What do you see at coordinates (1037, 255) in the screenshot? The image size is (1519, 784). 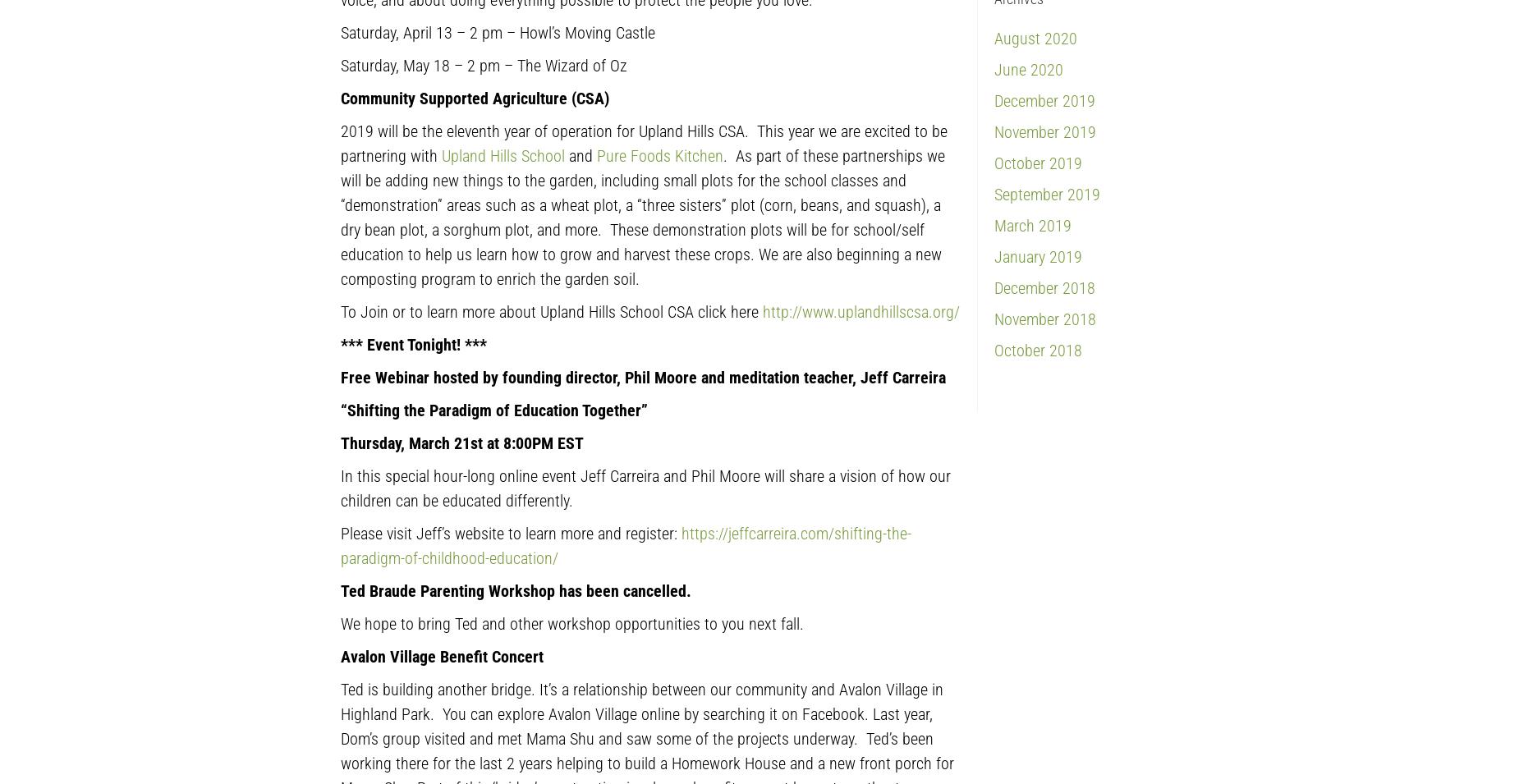 I see `'January 2019'` at bounding box center [1037, 255].